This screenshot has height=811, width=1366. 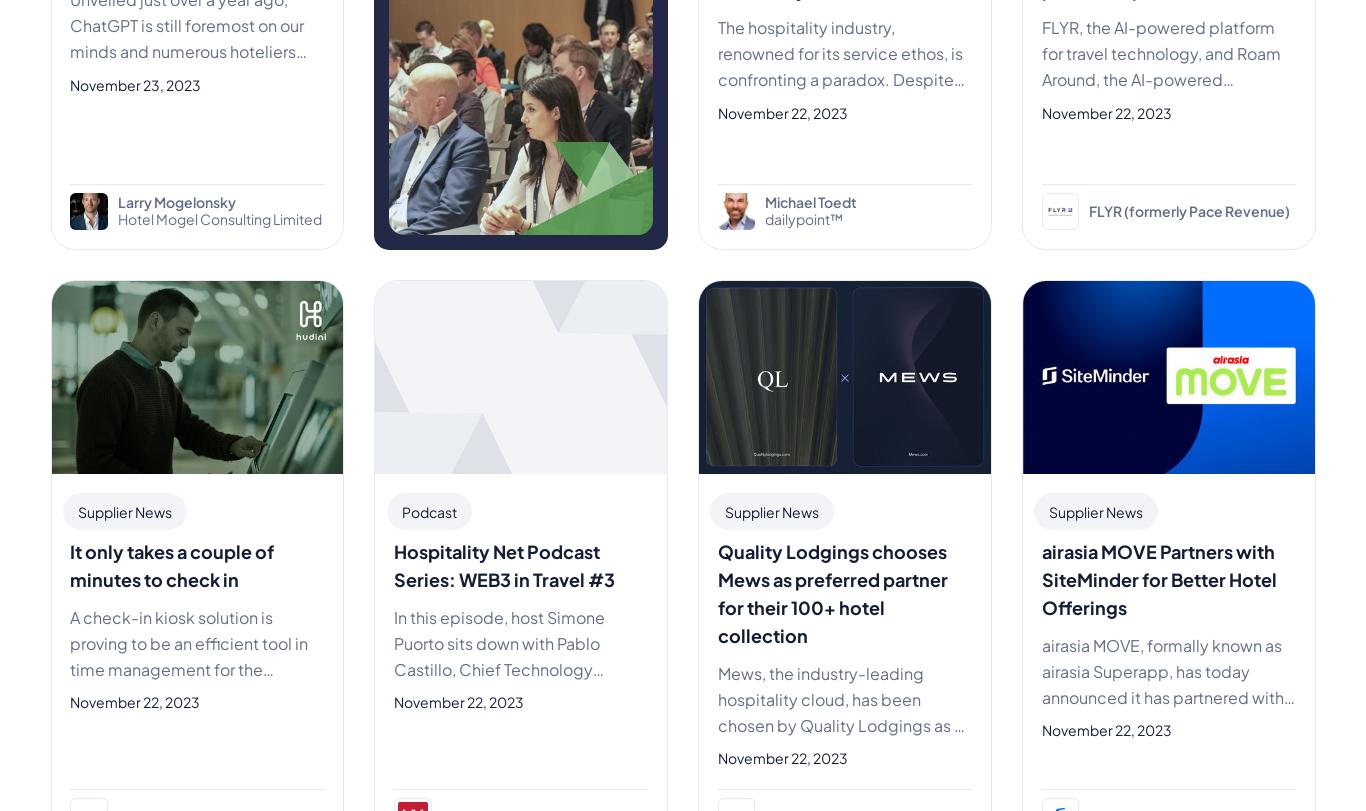 I want to click on 'A check-in kiosk solution is proving to be an efficient tool in time management for the hospitality industry. Smart hospitali', so click(x=188, y=667).